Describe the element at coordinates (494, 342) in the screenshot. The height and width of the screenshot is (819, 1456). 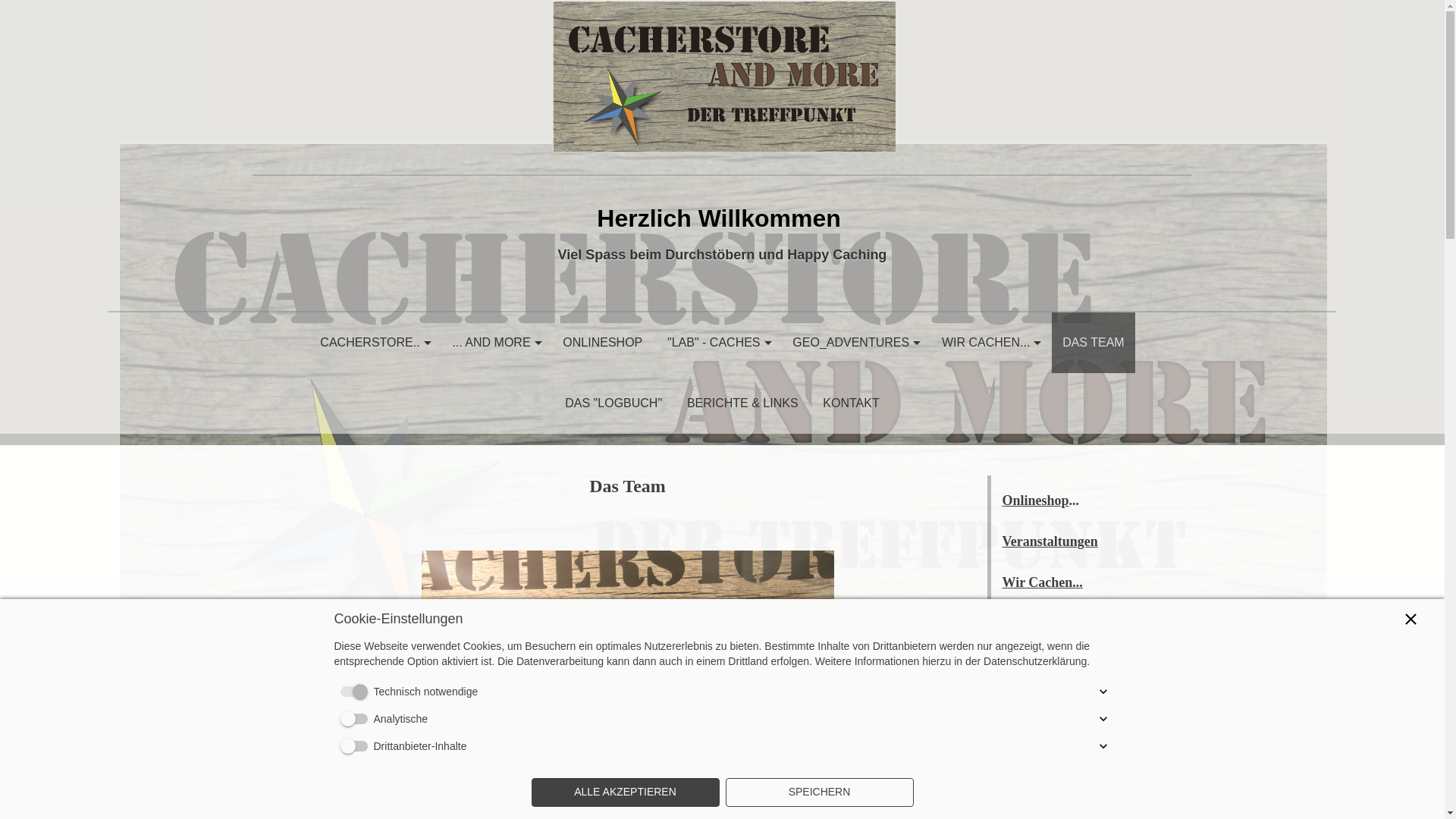
I see `'... AND MORE'` at that location.